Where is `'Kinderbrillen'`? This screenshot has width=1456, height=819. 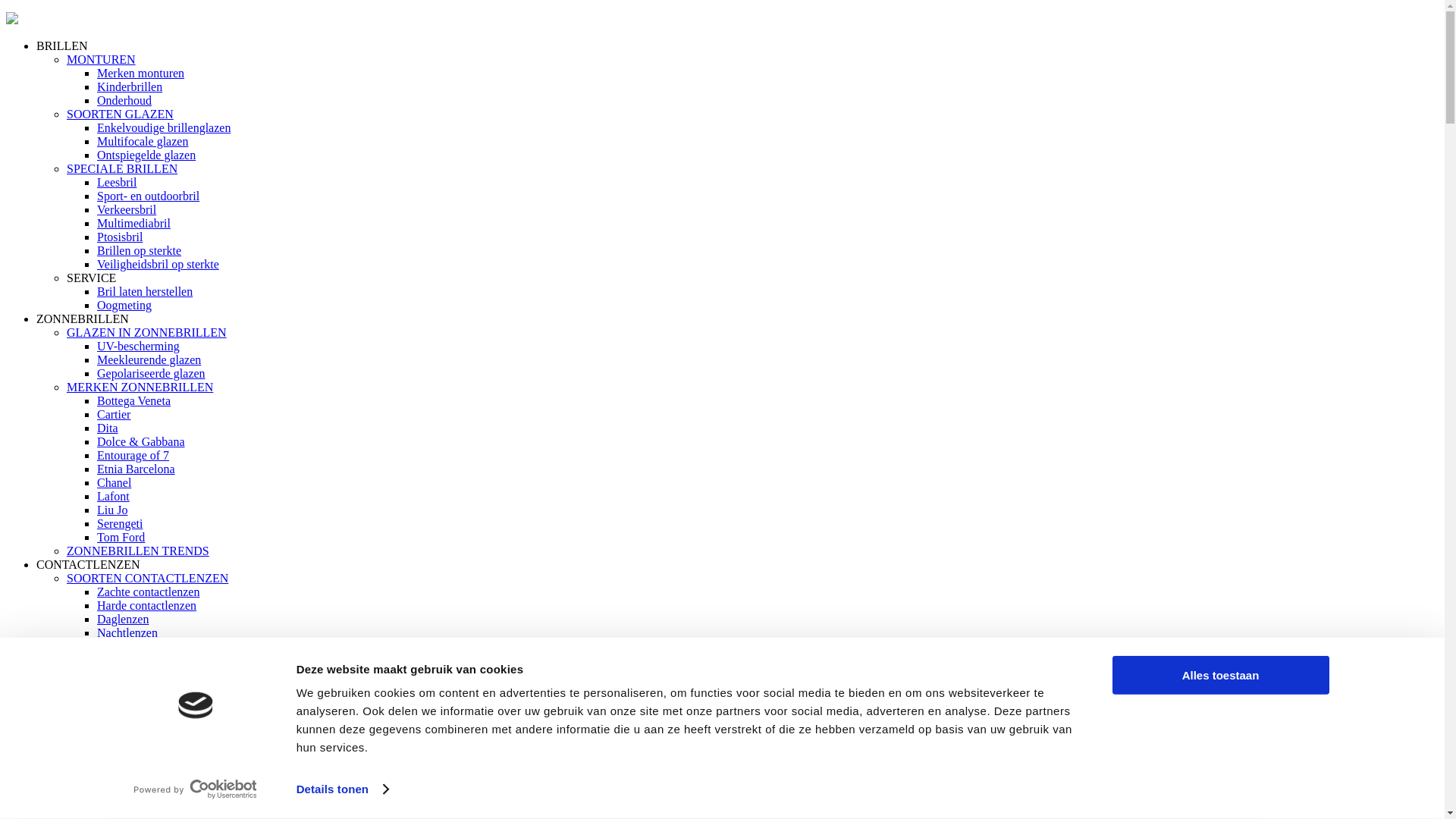 'Kinderbrillen' is located at coordinates (130, 86).